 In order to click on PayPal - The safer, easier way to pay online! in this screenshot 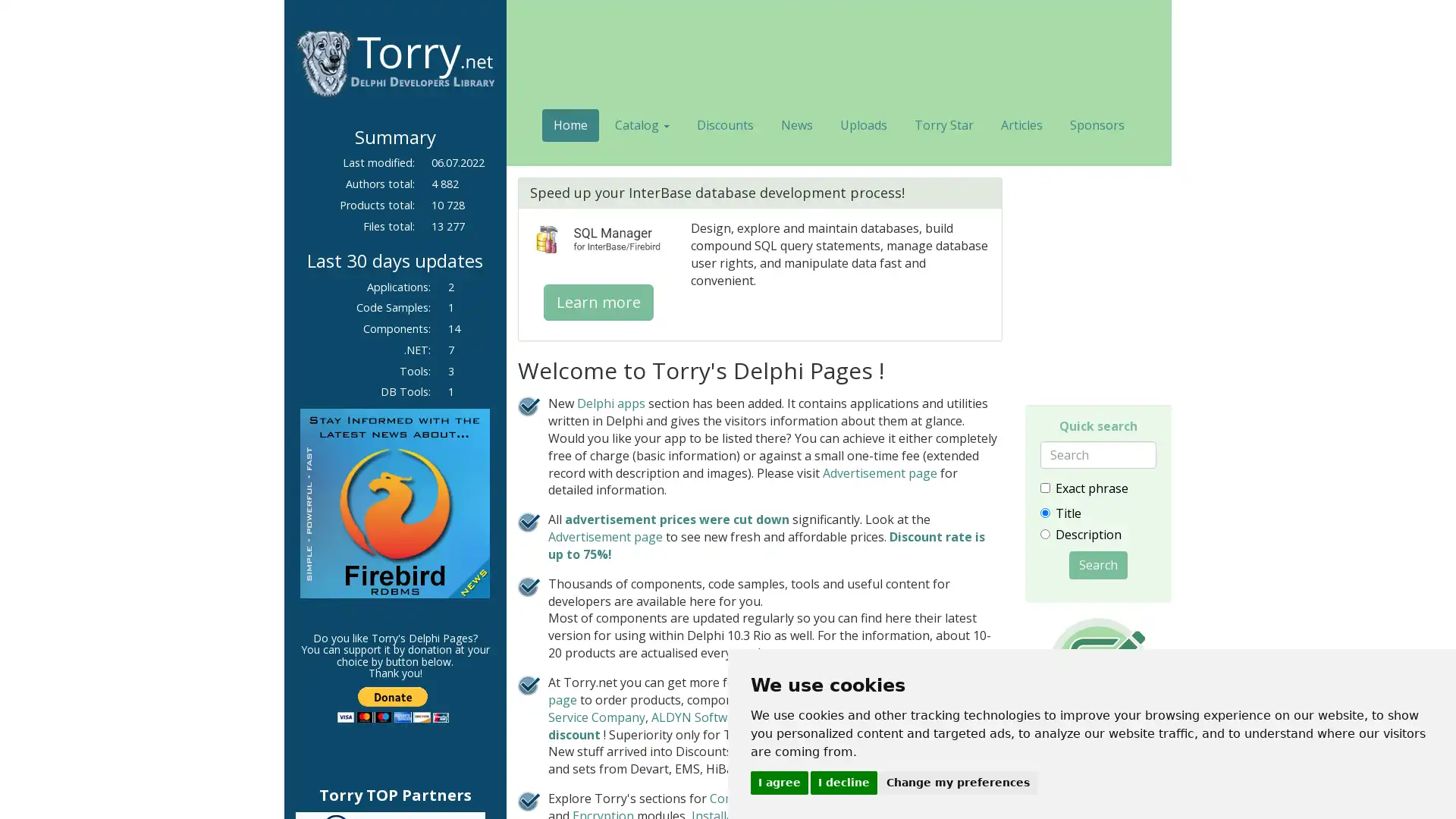, I will do `click(393, 704)`.